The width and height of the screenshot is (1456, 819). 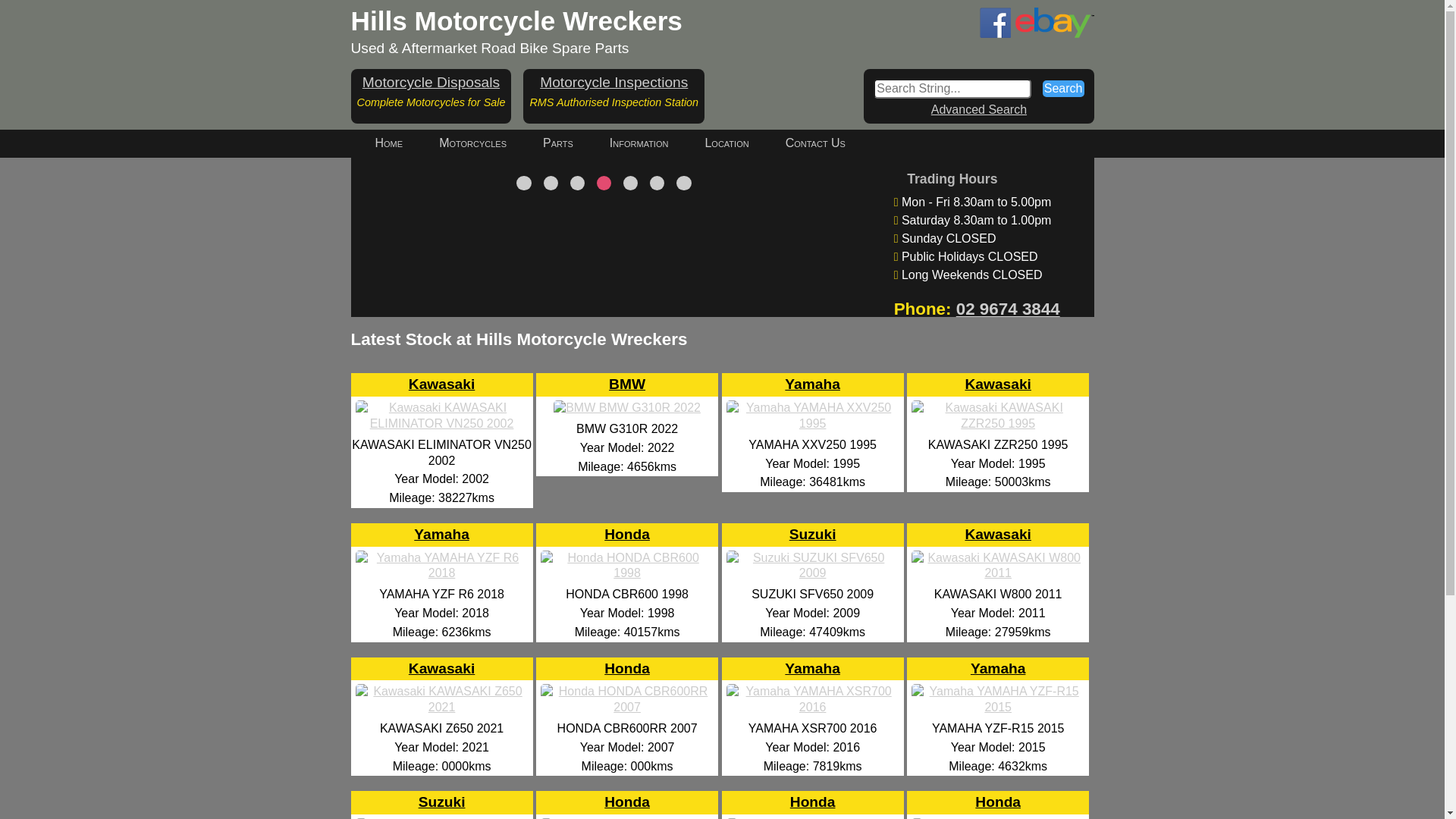 What do you see at coordinates (626, 406) in the screenshot?
I see `'BMW BMW  G310R  2022'` at bounding box center [626, 406].